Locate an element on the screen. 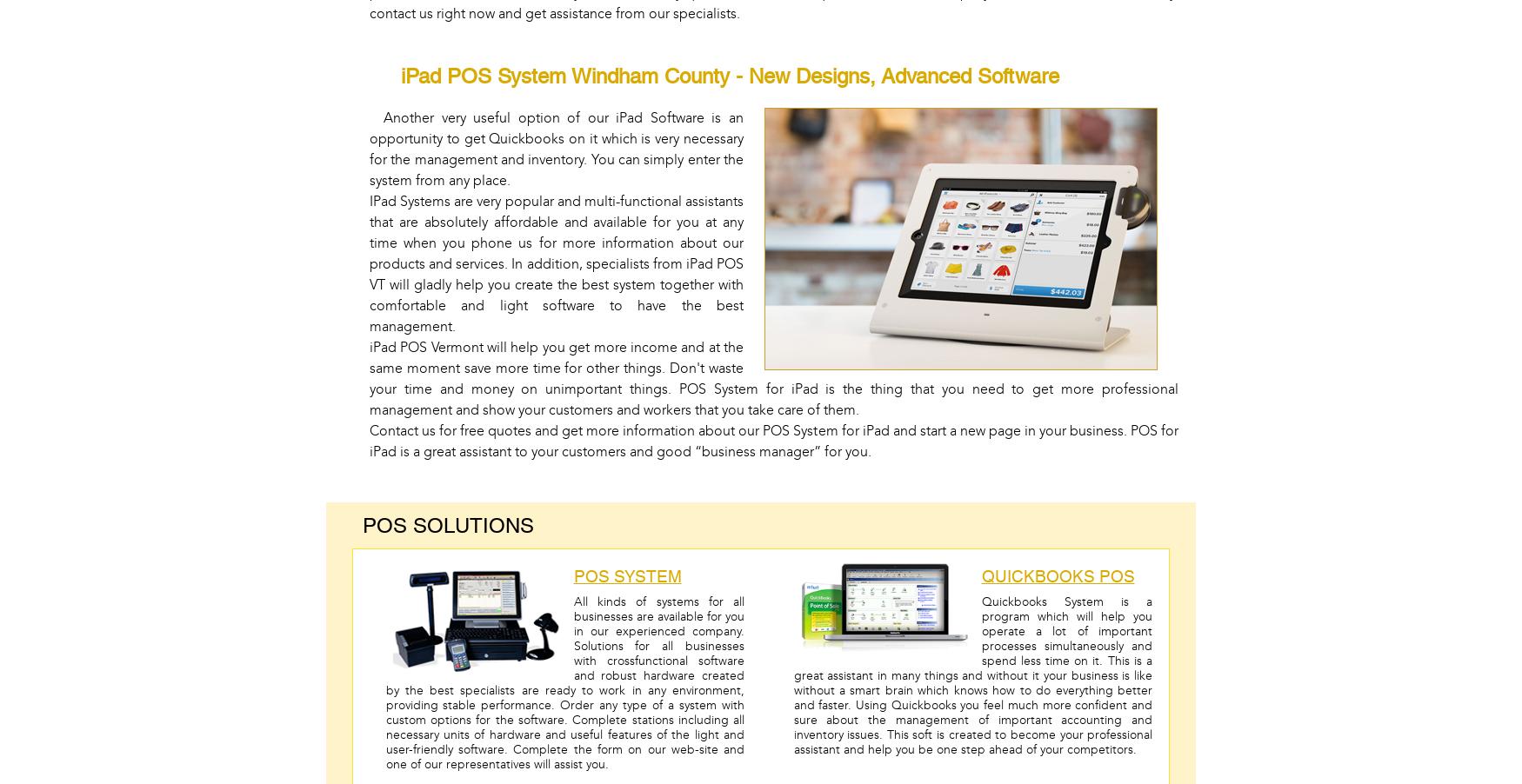  'POS Solutions' is located at coordinates (362, 524).